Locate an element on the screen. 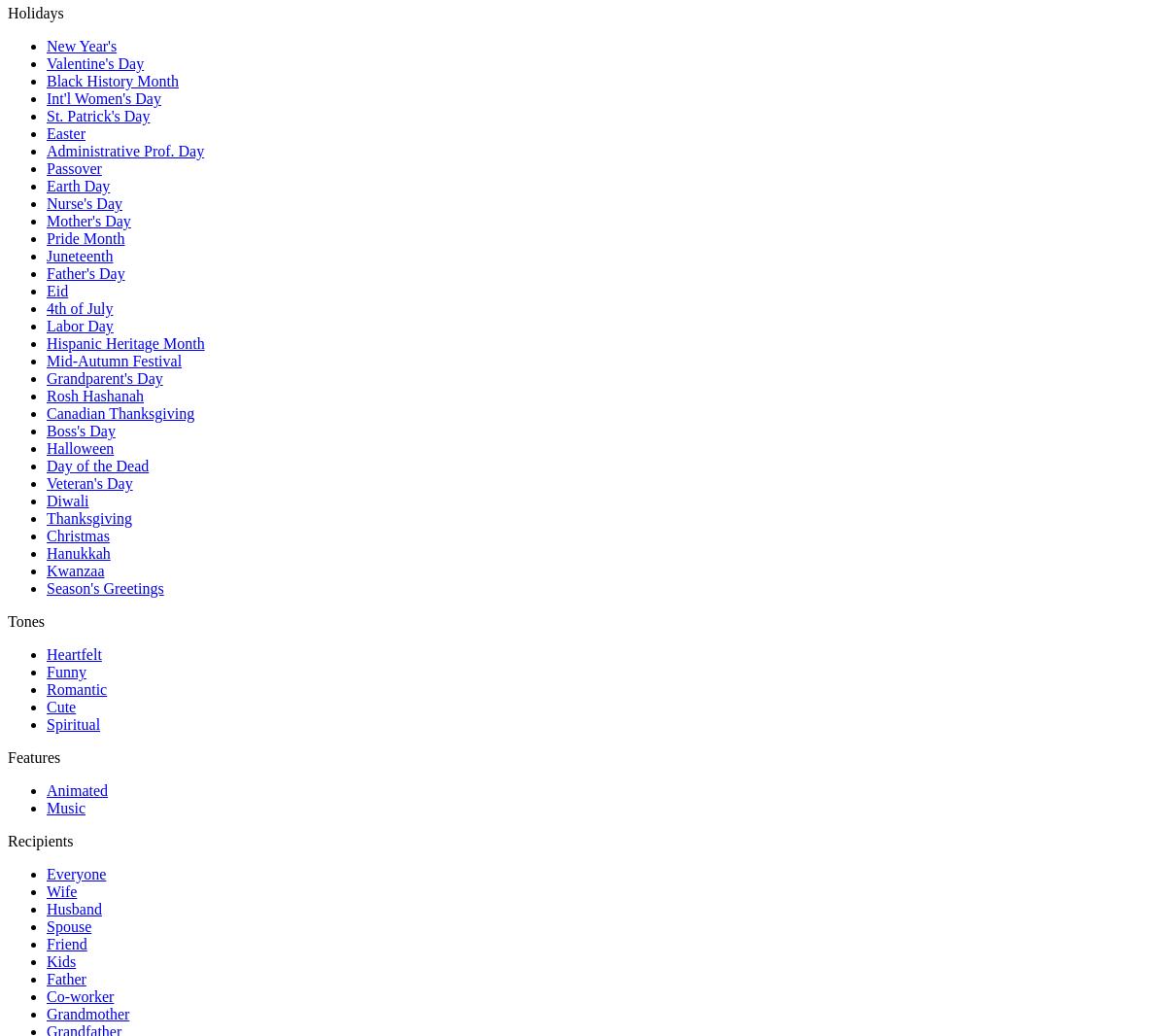 The width and height of the screenshot is (1166, 1036). 'New Year's' is located at coordinates (82, 45).